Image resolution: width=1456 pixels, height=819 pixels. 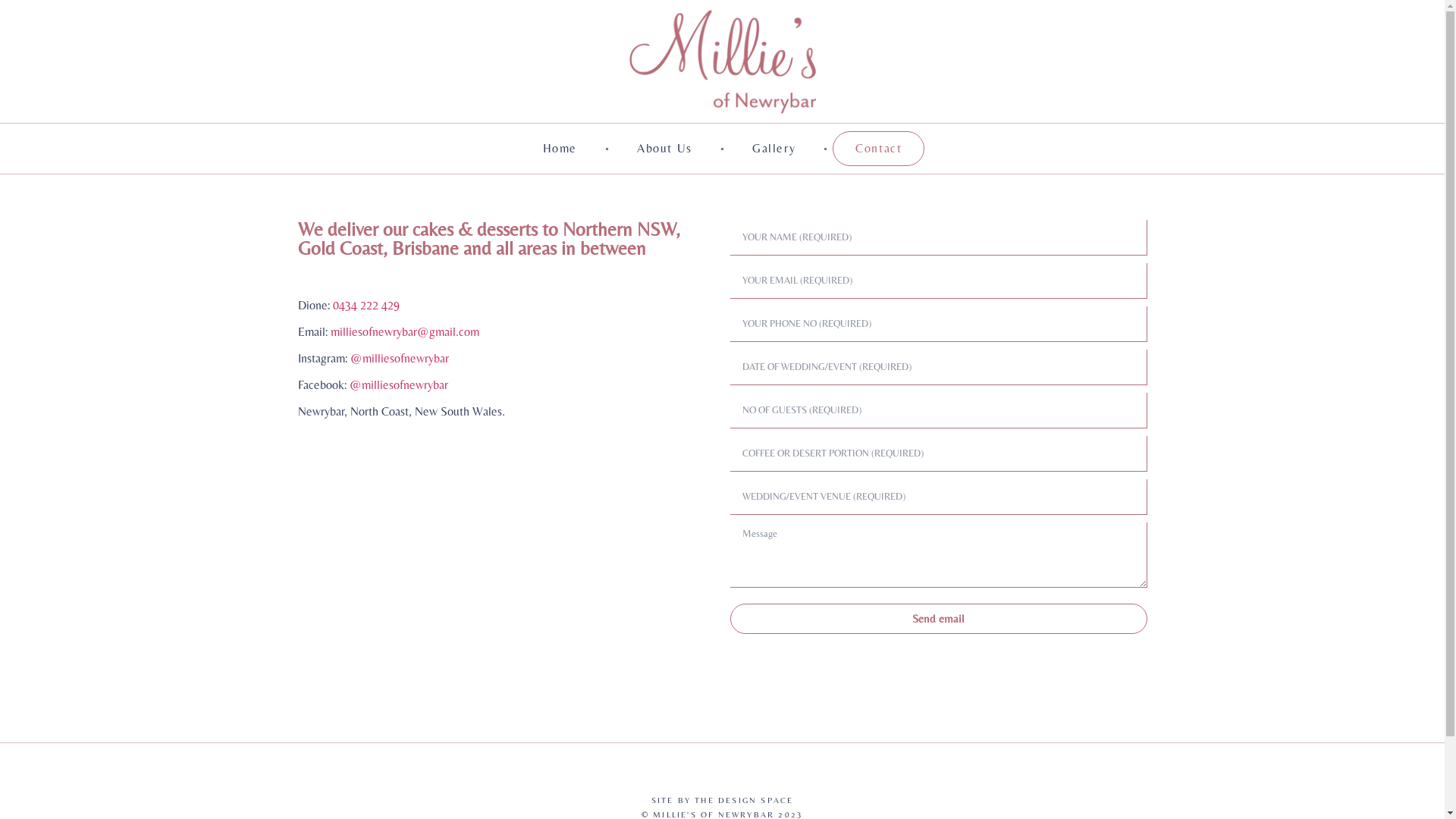 What do you see at coordinates (365, 305) in the screenshot?
I see `'0434 222 429'` at bounding box center [365, 305].